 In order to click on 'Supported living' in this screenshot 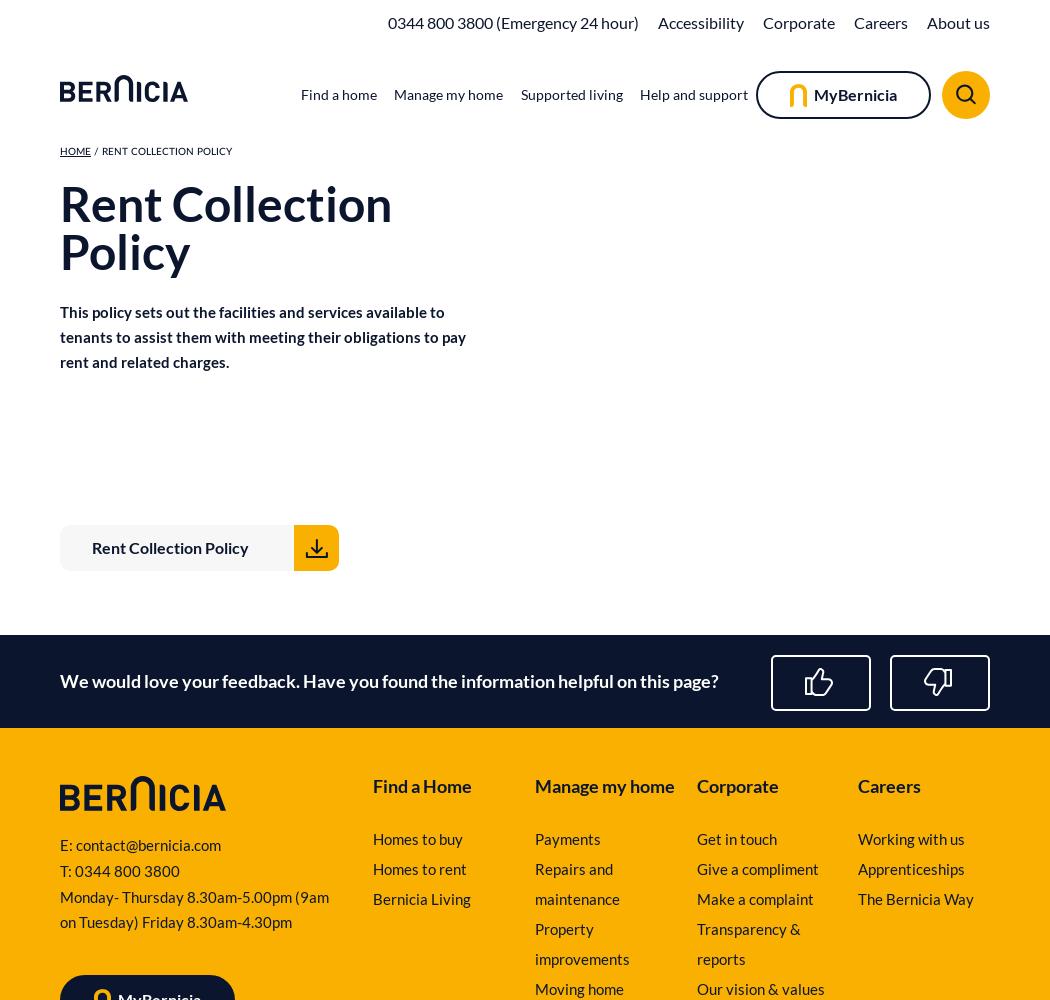, I will do `click(569, 93)`.